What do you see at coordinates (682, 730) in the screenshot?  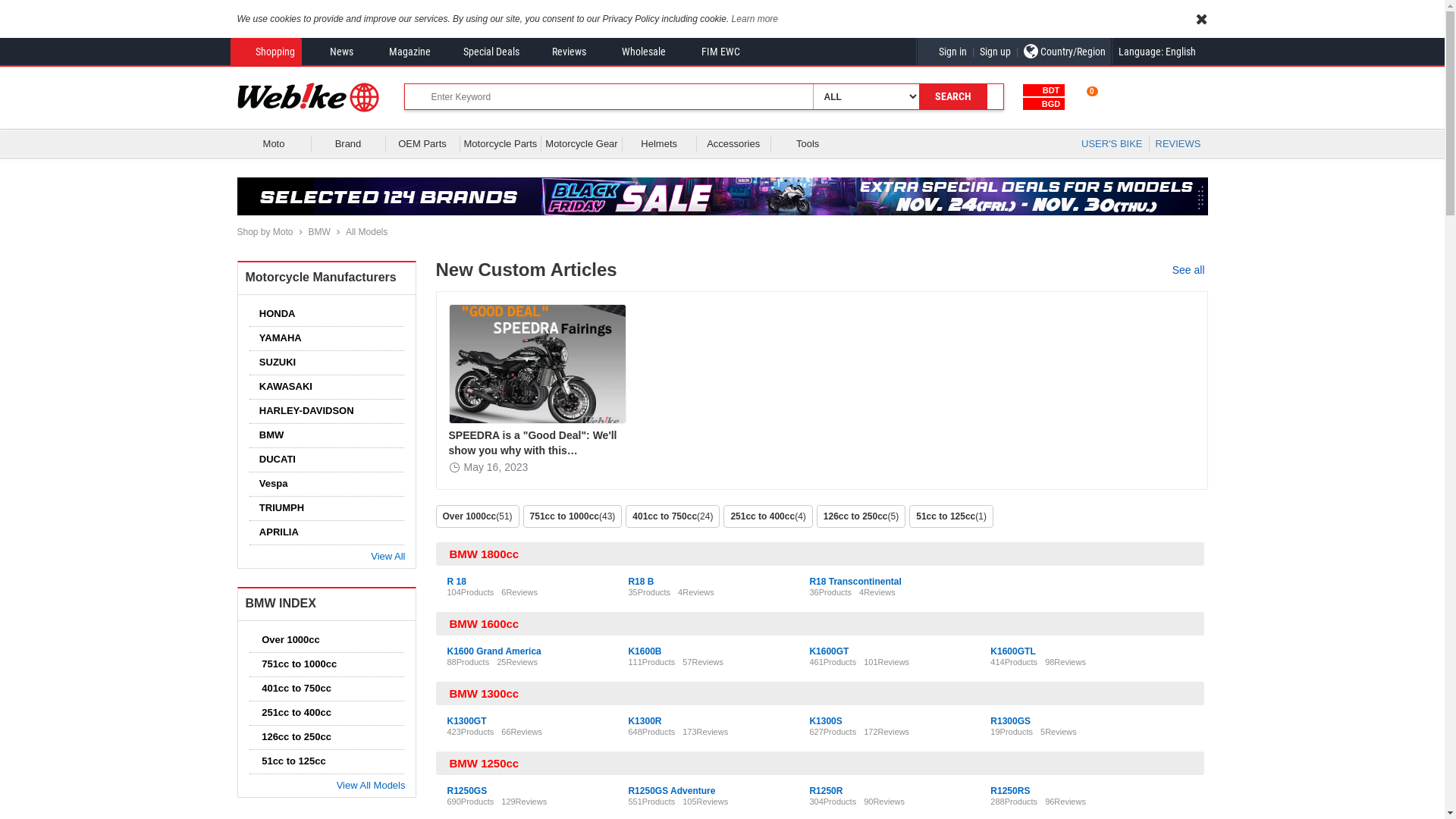 I see `'173Reviews'` at bounding box center [682, 730].